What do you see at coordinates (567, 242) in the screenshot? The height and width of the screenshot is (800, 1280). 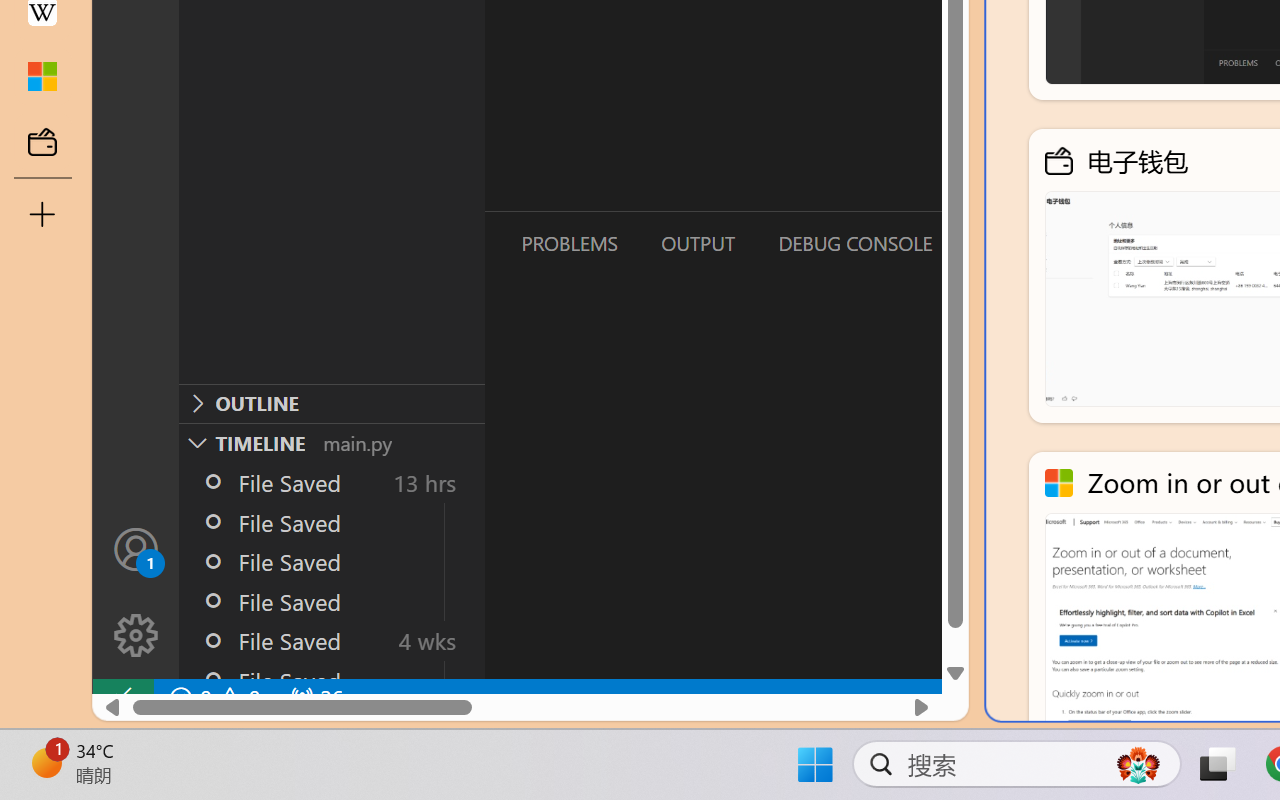 I see `'Problems (Ctrl+Shift+M)'` at bounding box center [567, 242].